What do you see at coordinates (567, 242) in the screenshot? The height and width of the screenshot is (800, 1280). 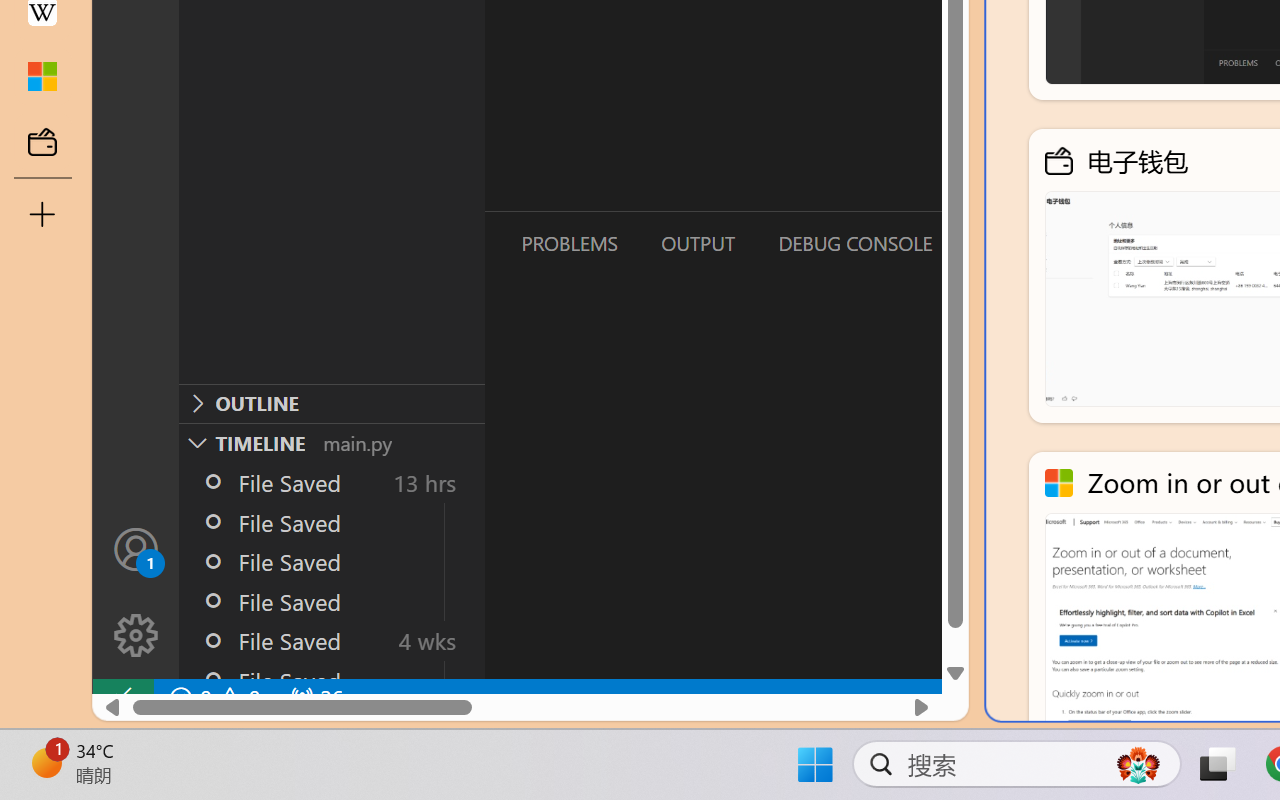 I see `'Problems (Ctrl+Shift+M)'` at bounding box center [567, 242].